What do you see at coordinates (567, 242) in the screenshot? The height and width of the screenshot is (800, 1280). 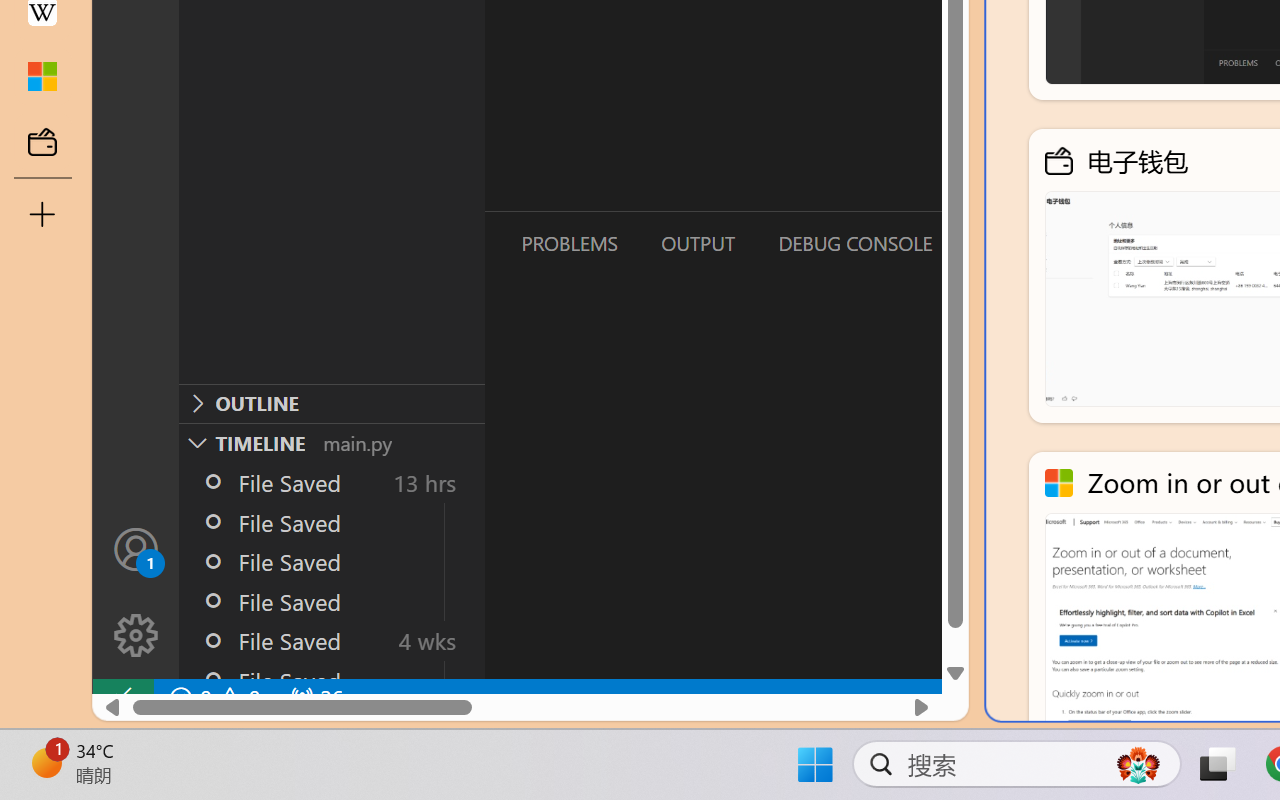 I see `'Problems (Ctrl+Shift+M)'` at bounding box center [567, 242].